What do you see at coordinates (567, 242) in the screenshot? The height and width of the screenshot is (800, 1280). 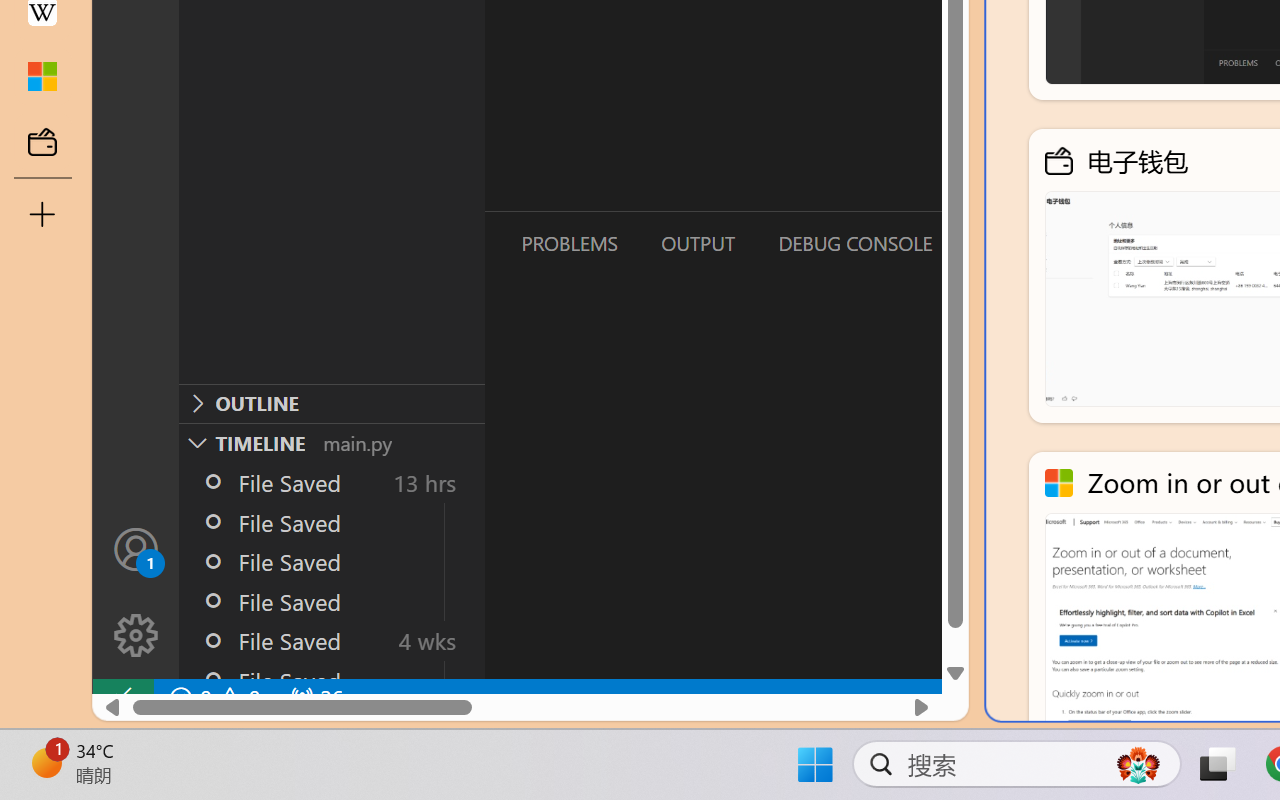 I see `'Problems (Ctrl+Shift+M)'` at bounding box center [567, 242].